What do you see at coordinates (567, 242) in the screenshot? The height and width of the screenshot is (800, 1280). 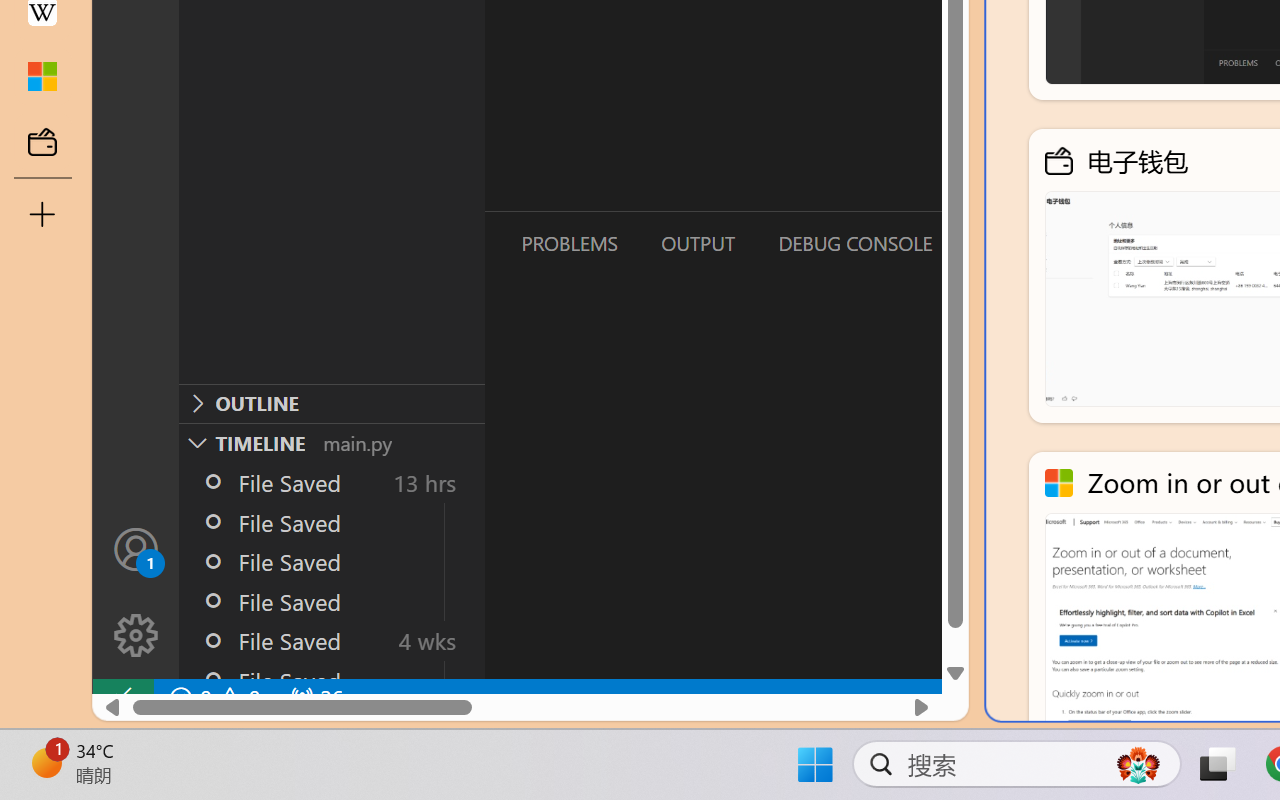 I see `'Problems (Ctrl+Shift+M)'` at bounding box center [567, 242].